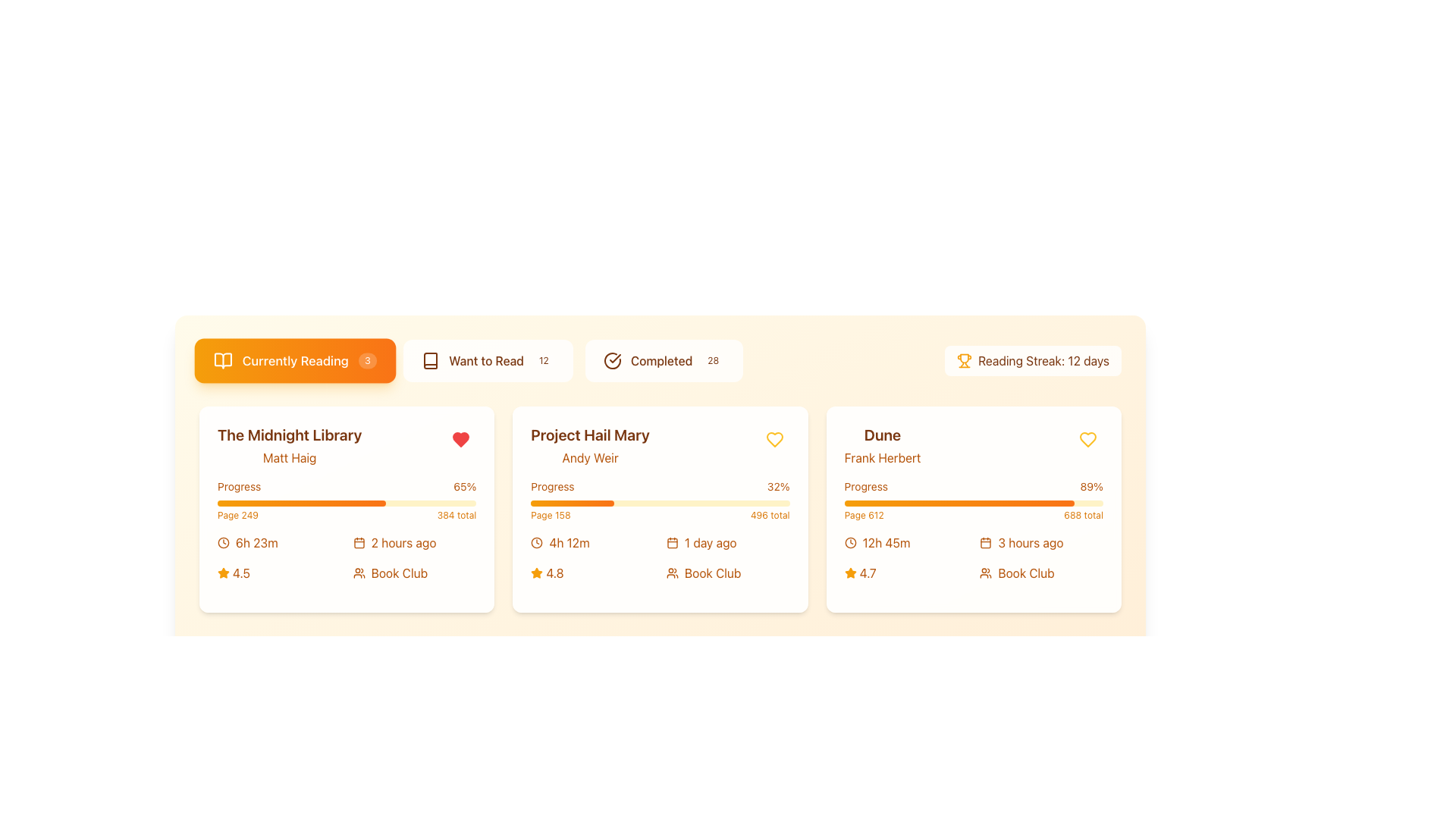 This screenshot has width=1456, height=819. What do you see at coordinates (986, 573) in the screenshot?
I see `the group of people icon, which is located` at bounding box center [986, 573].